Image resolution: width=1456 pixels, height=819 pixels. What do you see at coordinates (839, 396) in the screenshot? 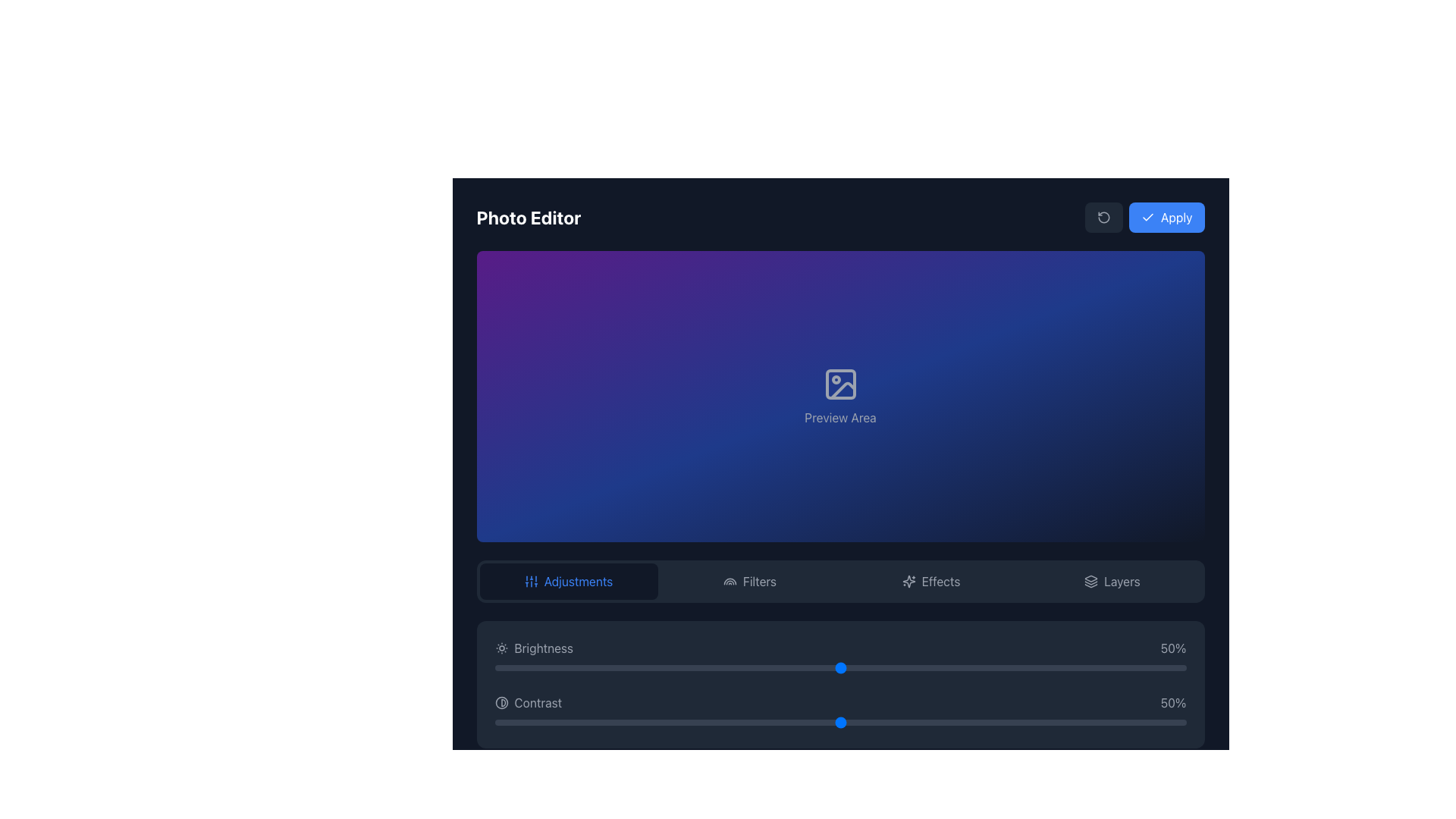
I see `the Preview Area in the Photo Editor, which displays the current image or changes applied during editing` at bounding box center [839, 396].